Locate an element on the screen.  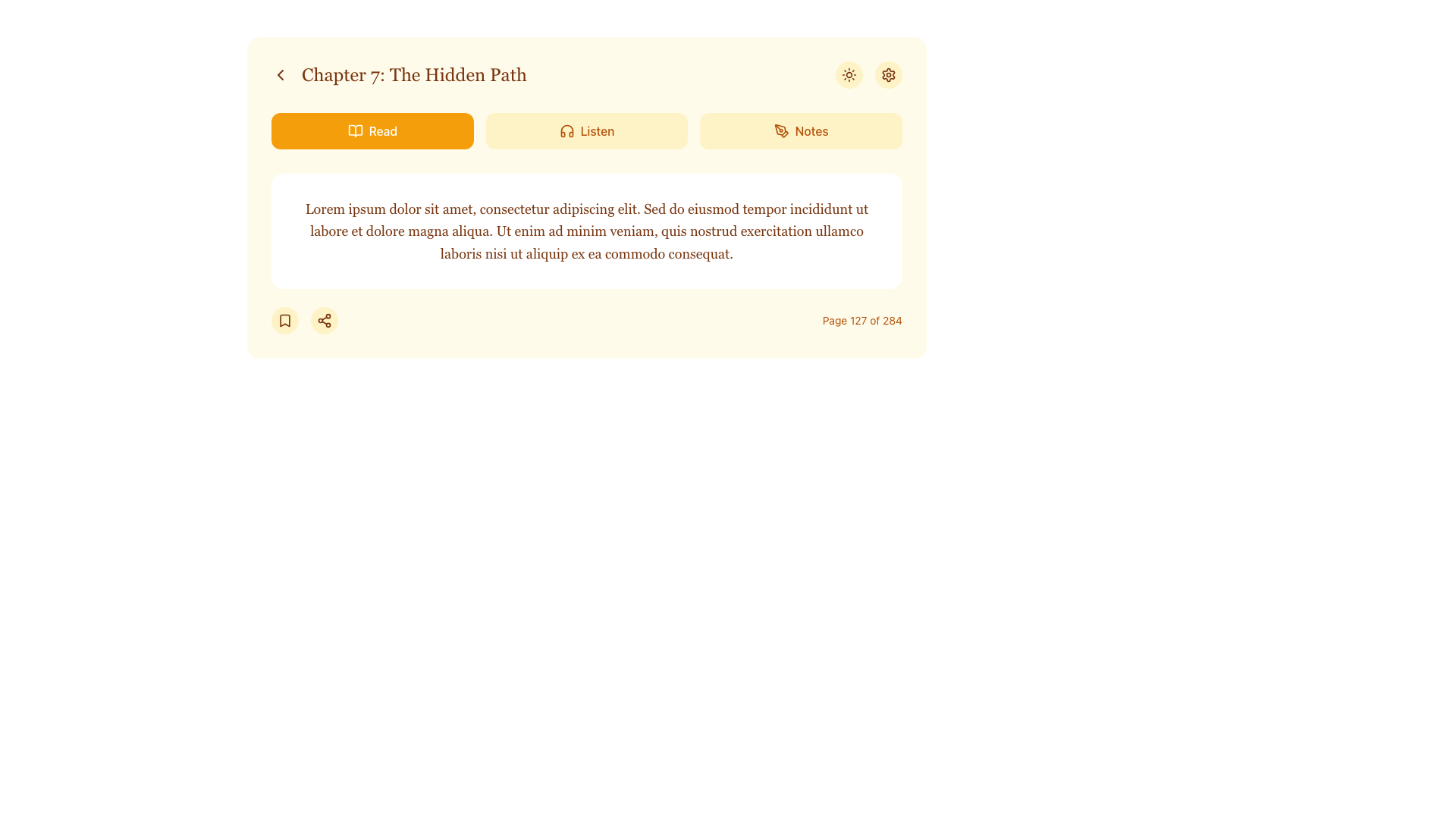
the decorative SVG icon representing the action of reading, located at the lower-left corner of the 'Read' button is located at coordinates (354, 130).